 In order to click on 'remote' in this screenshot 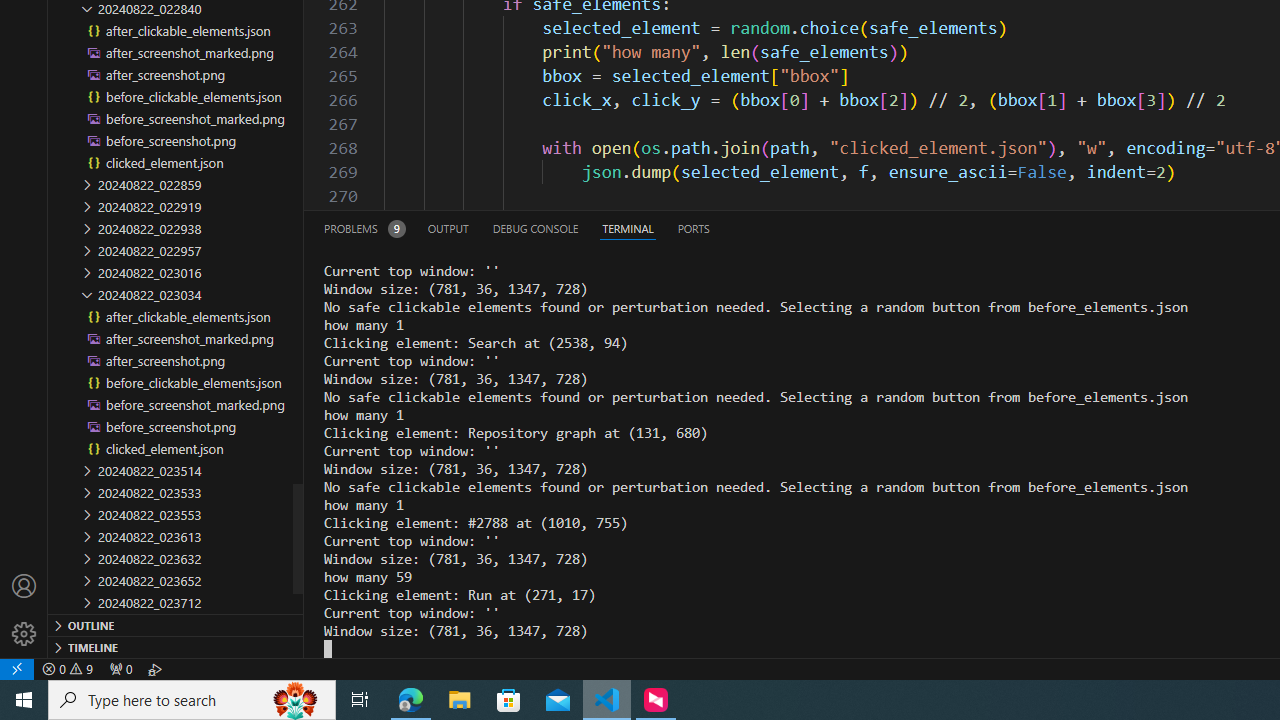, I will do `click(17, 668)`.